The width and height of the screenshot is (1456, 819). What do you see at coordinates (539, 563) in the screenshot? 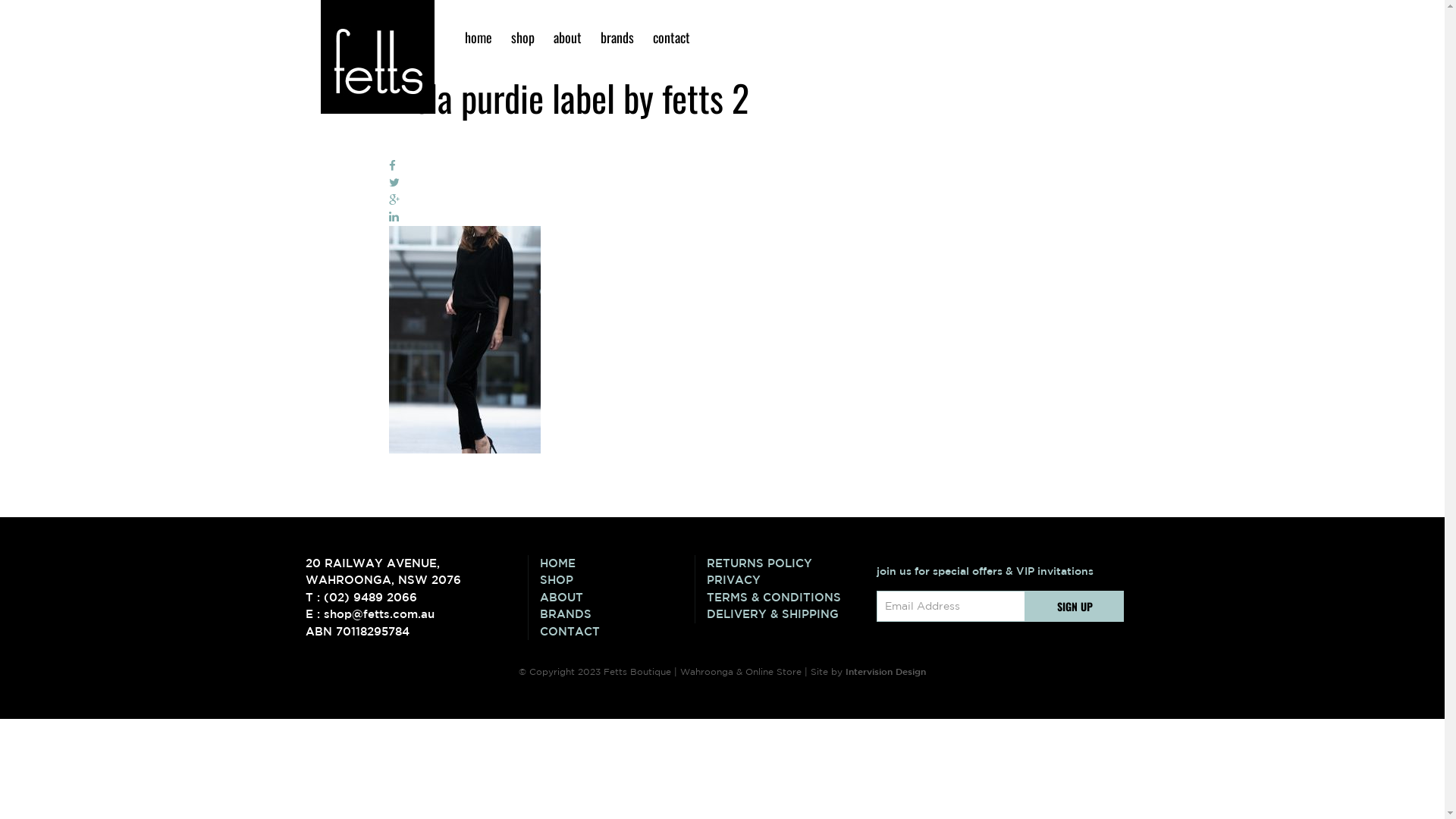
I see `'HOME'` at bounding box center [539, 563].